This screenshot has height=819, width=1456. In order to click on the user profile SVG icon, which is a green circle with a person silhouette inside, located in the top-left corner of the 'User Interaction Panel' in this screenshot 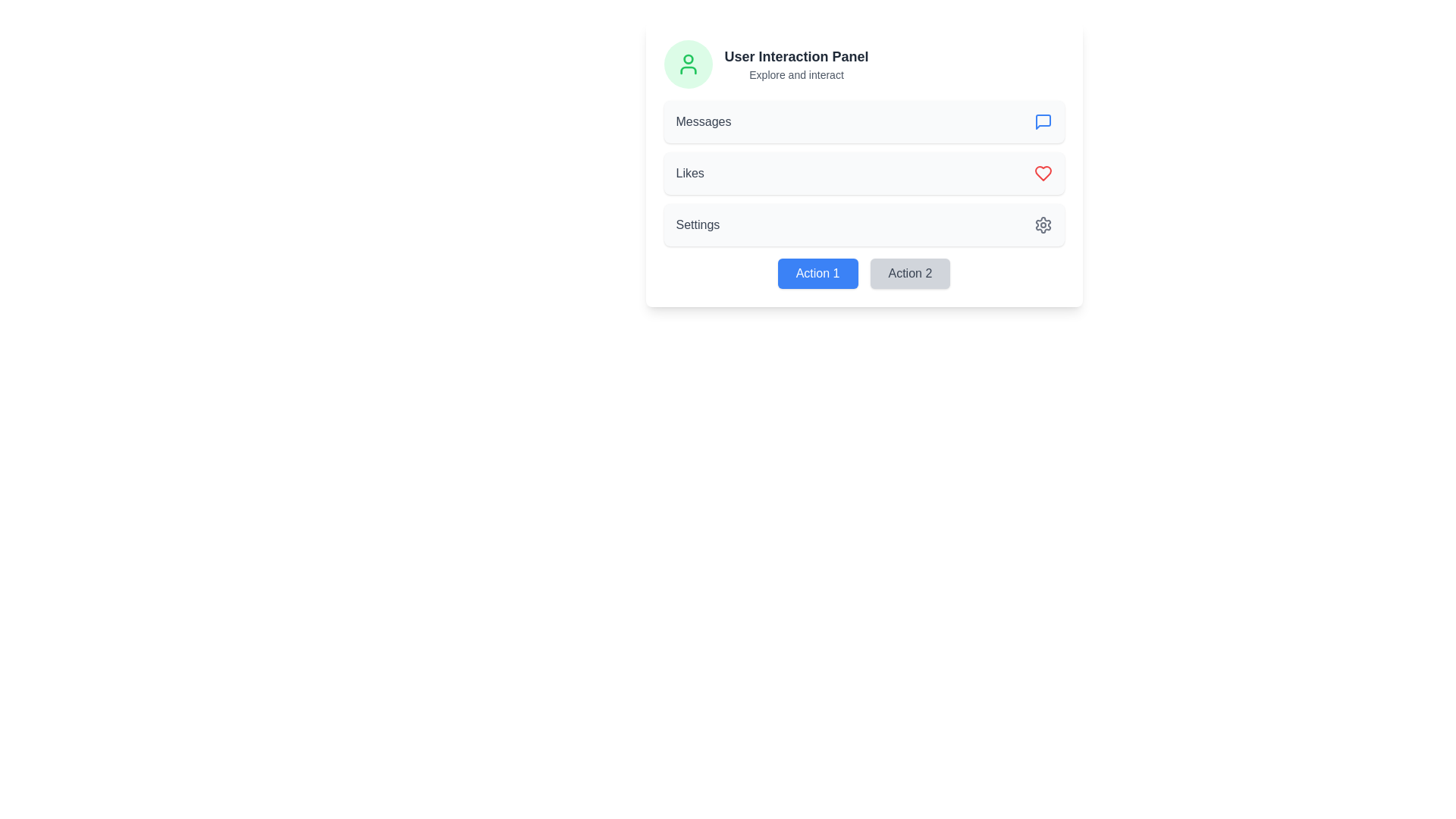, I will do `click(687, 63)`.